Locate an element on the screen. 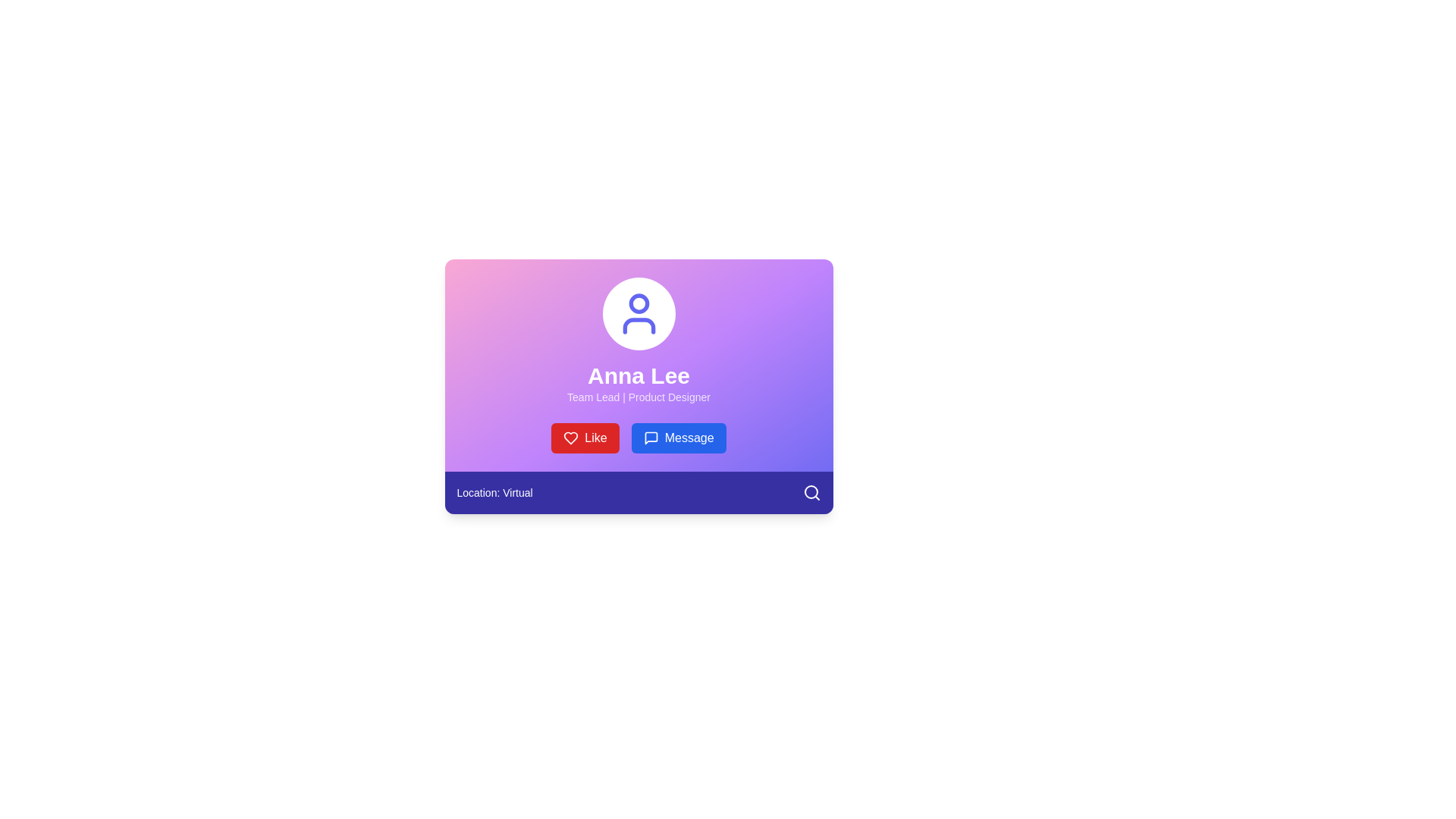 The height and width of the screenshot is (819, 1456). the blue speech bubble icon, which is part of the 'Message' button located to the right of the red 'Like' button is located at coordinates (651, 438).